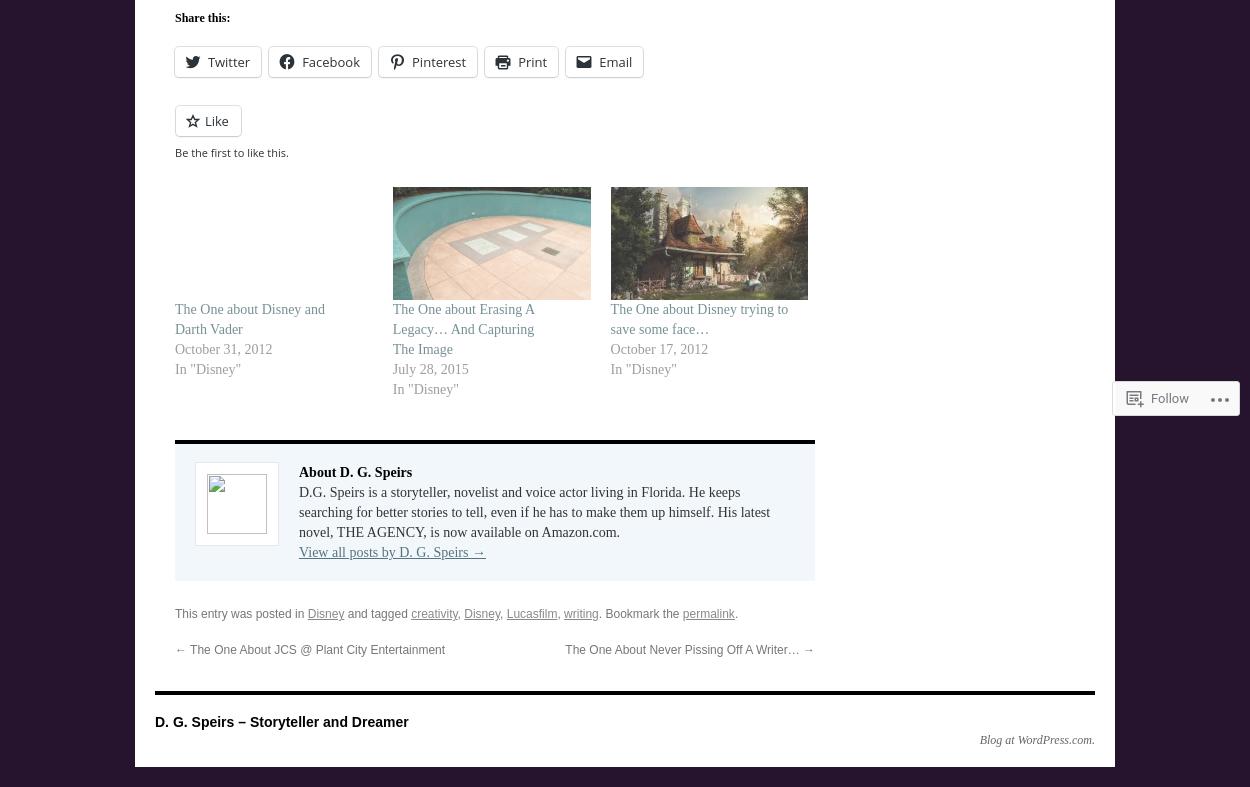  I want to click on 'D.G. Speirs is a storyteller, novelist and voice actor living in Florida. He keeps searching for better stories to tell, even if he has to make them up himself. His latest novel, THE AGENCY, is now available on Amazon.com.', so click(534, 512).